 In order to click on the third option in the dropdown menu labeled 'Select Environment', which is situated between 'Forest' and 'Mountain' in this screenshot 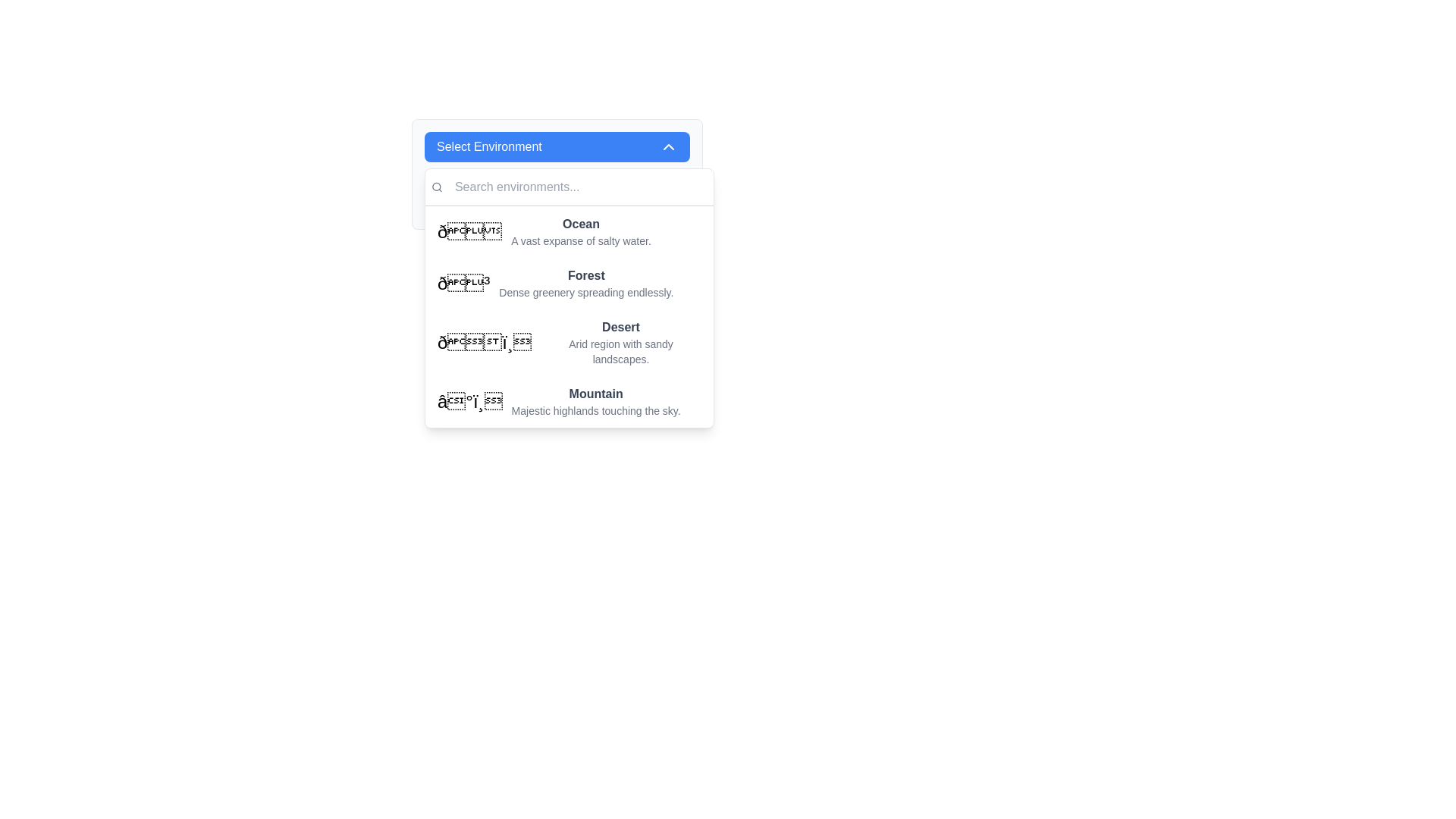, I will do `click(621, 342)`.